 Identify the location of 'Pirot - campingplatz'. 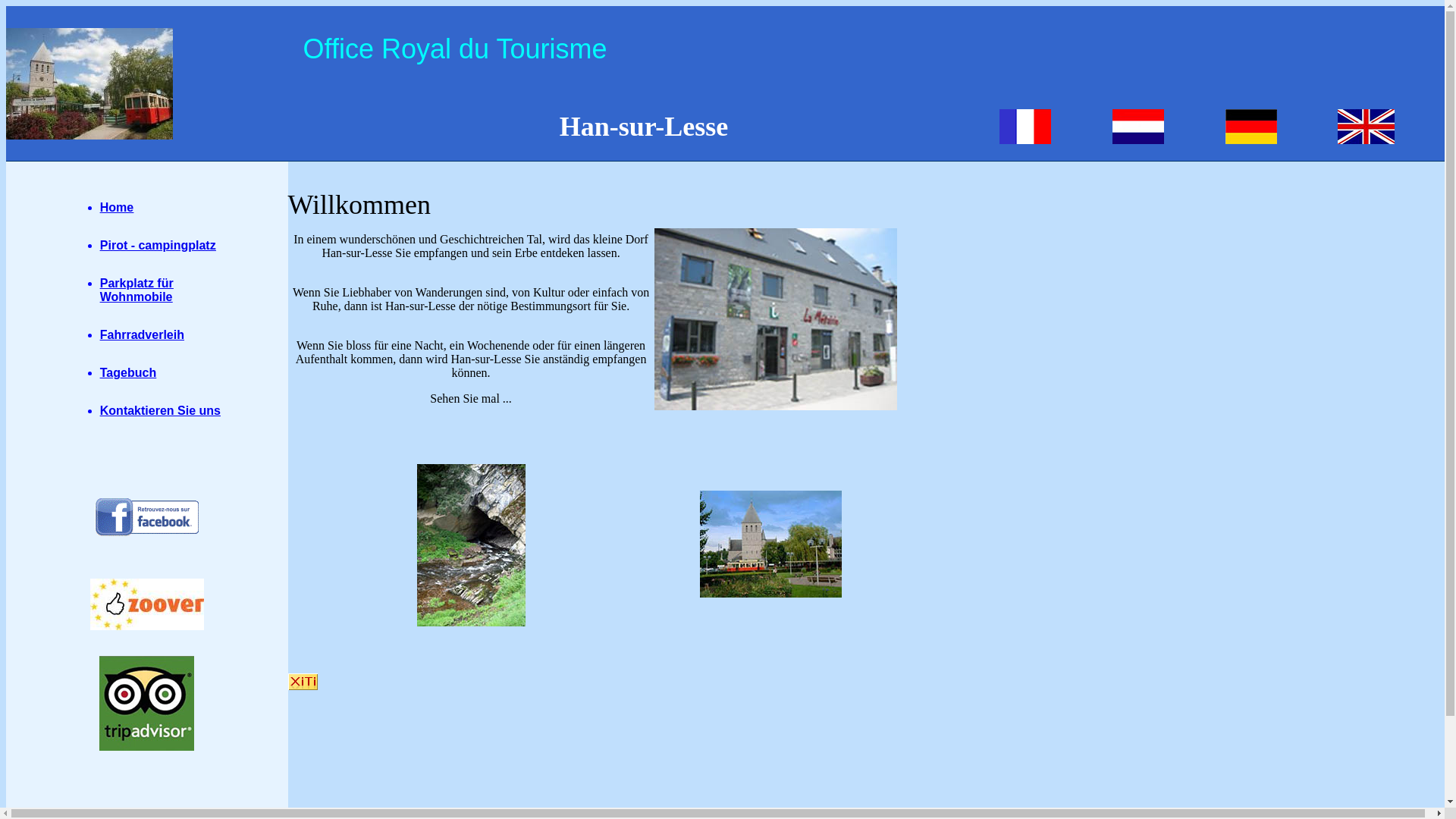
(158, 244).